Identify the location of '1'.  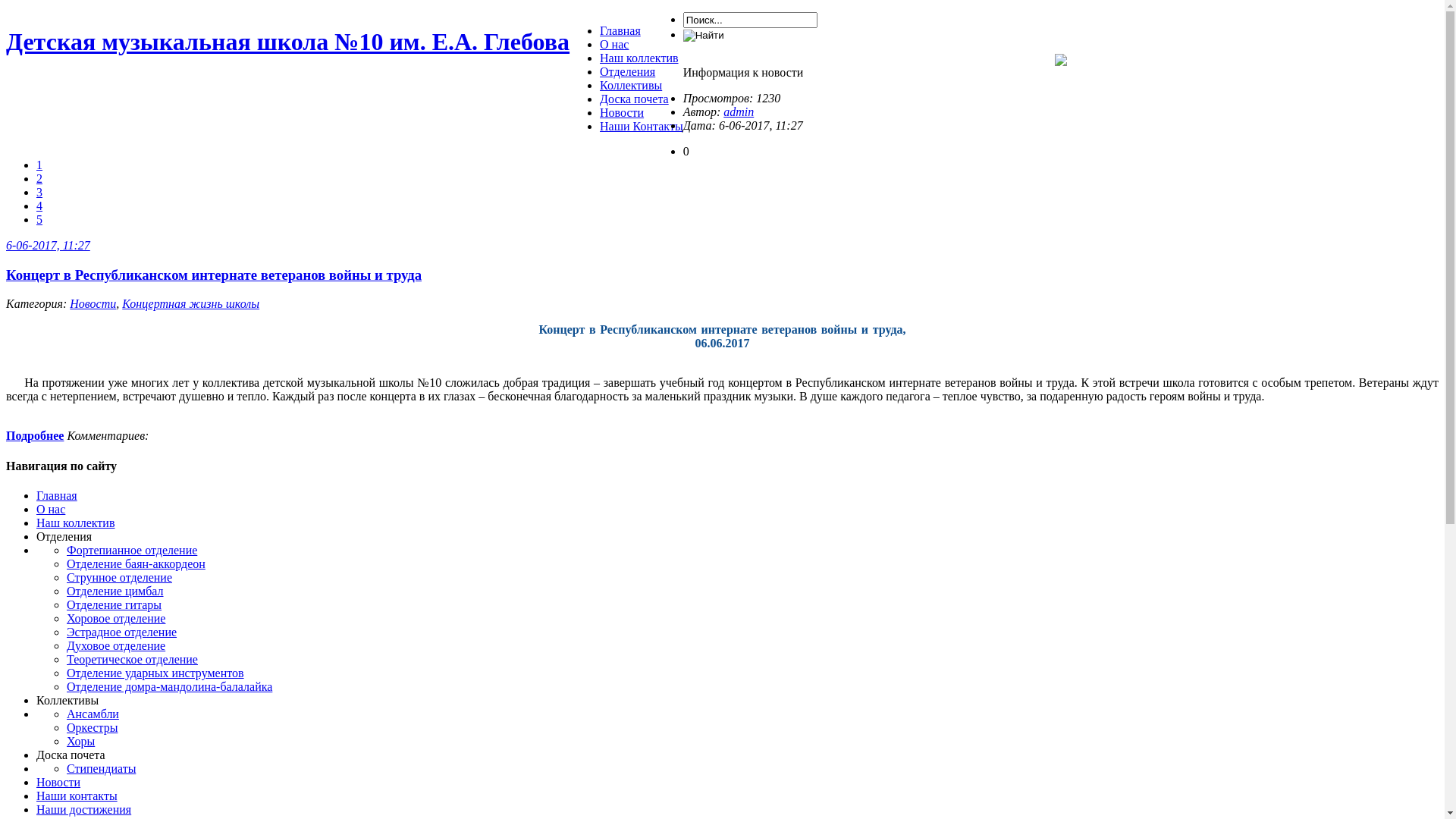
(39, 165).